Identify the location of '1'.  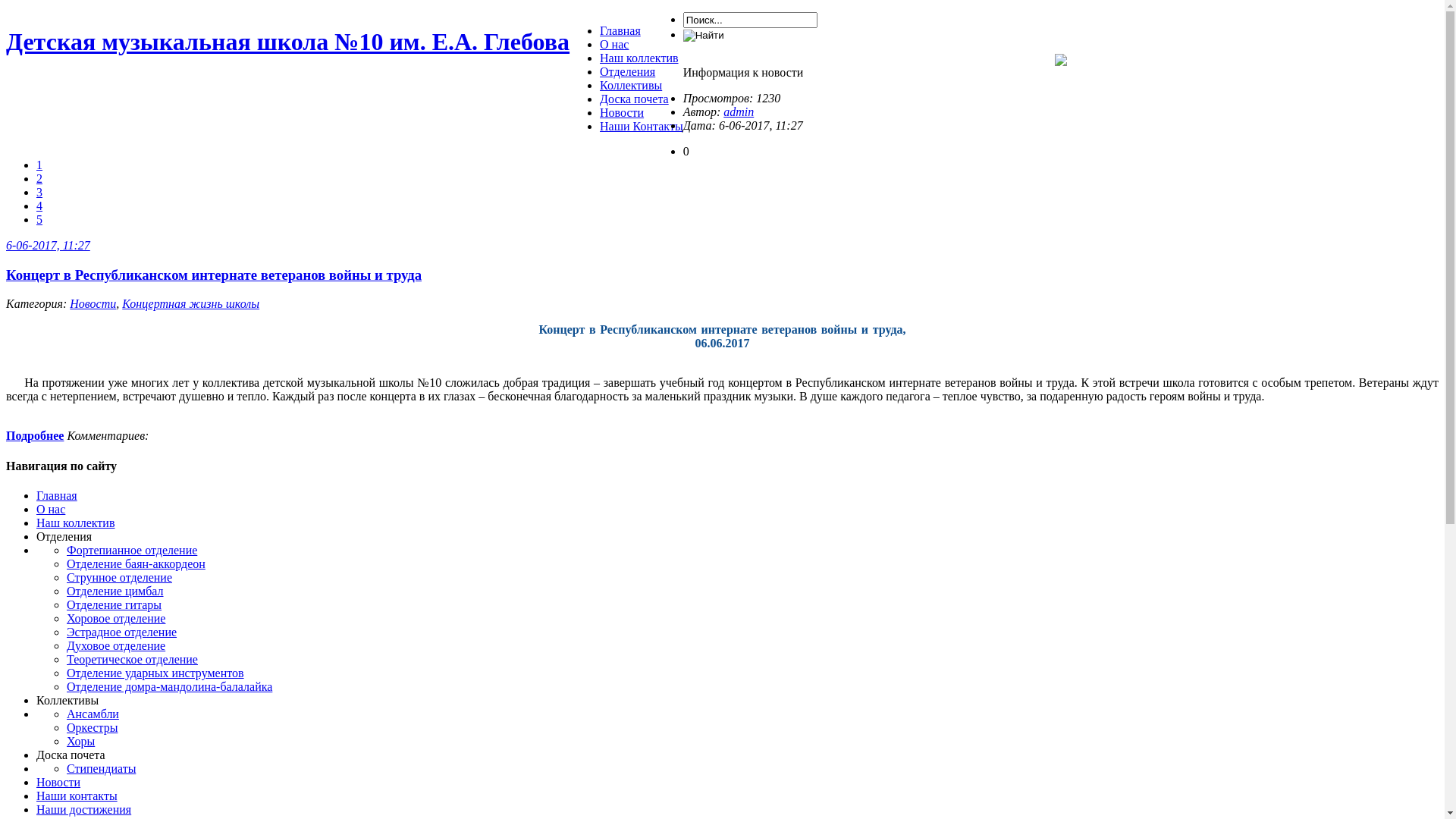
(39, 165).